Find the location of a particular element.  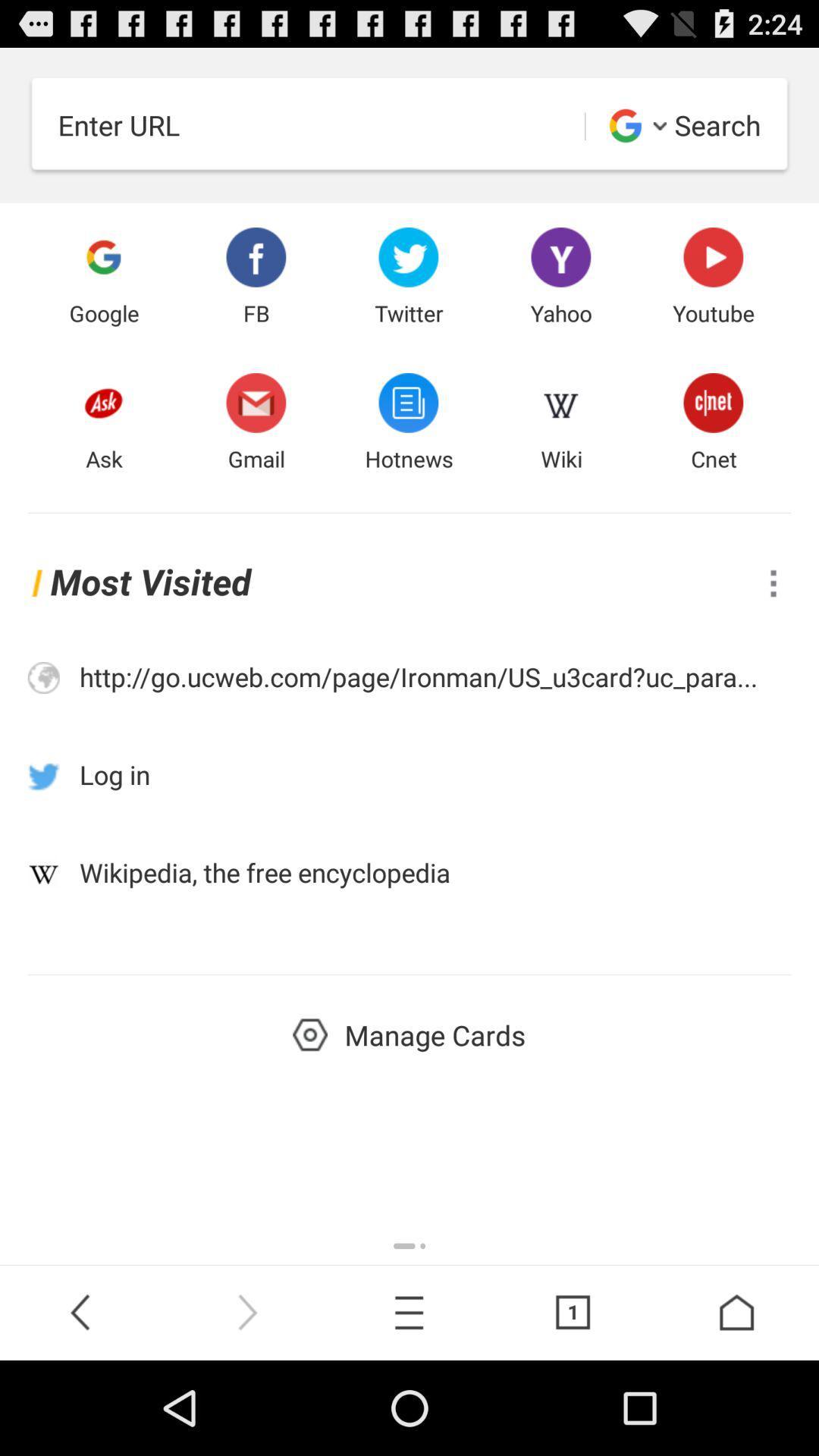

the arrow_forward icon is located at coordinates (245, 1404).